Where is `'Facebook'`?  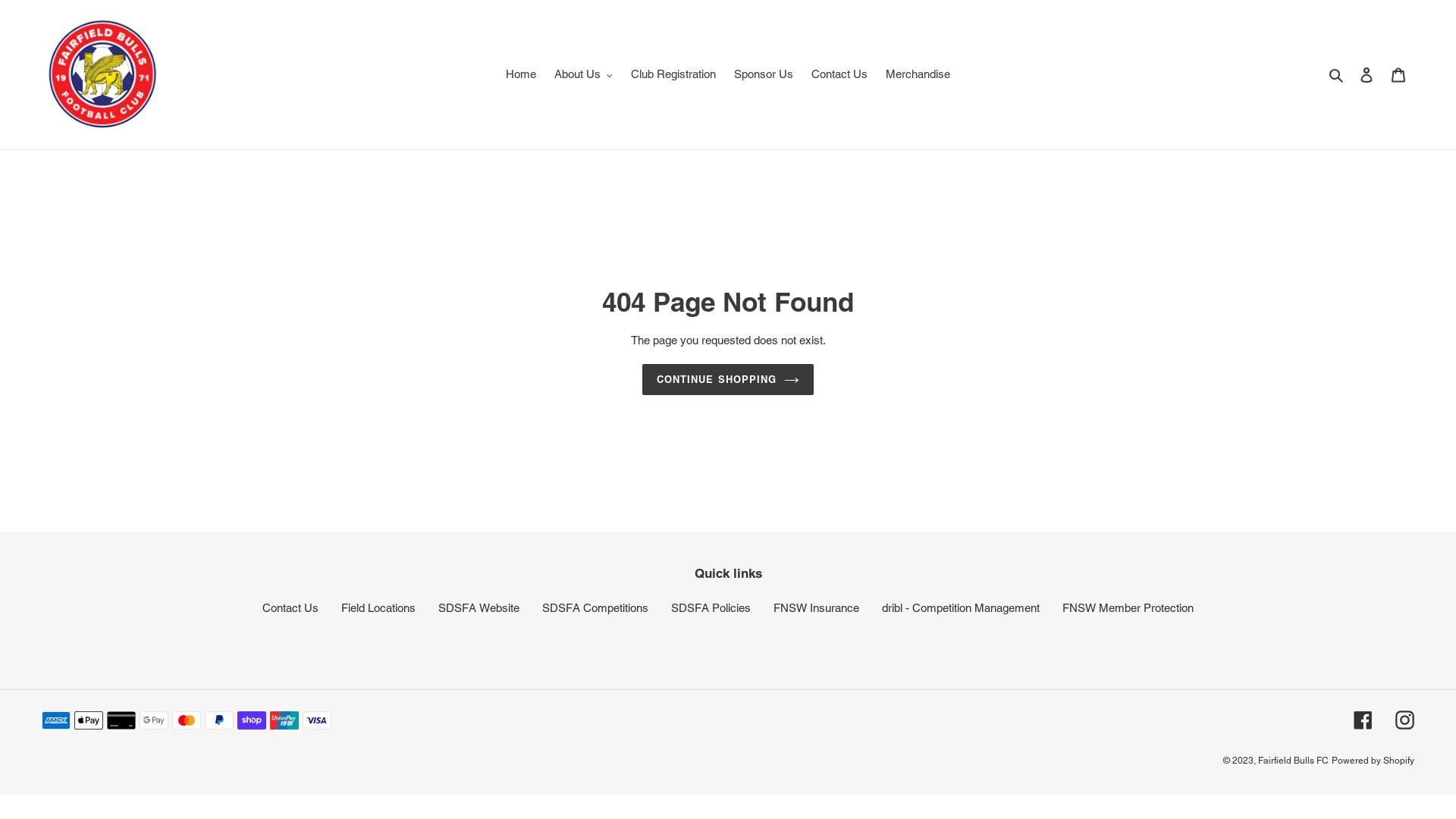 'Facebook' is located at coordinates (1363, 719).